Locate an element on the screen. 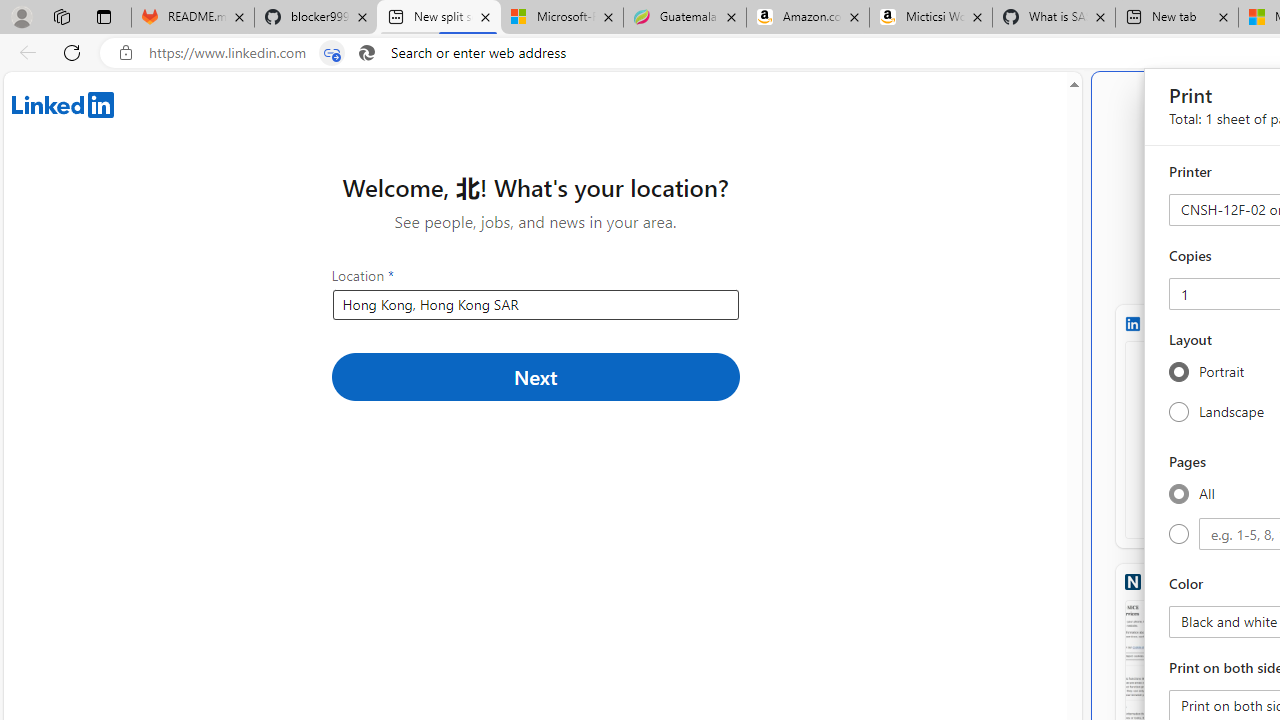 The height and width of the screenshot is (720, 1280). 'Custom' is located at coordinates (1178, 533).